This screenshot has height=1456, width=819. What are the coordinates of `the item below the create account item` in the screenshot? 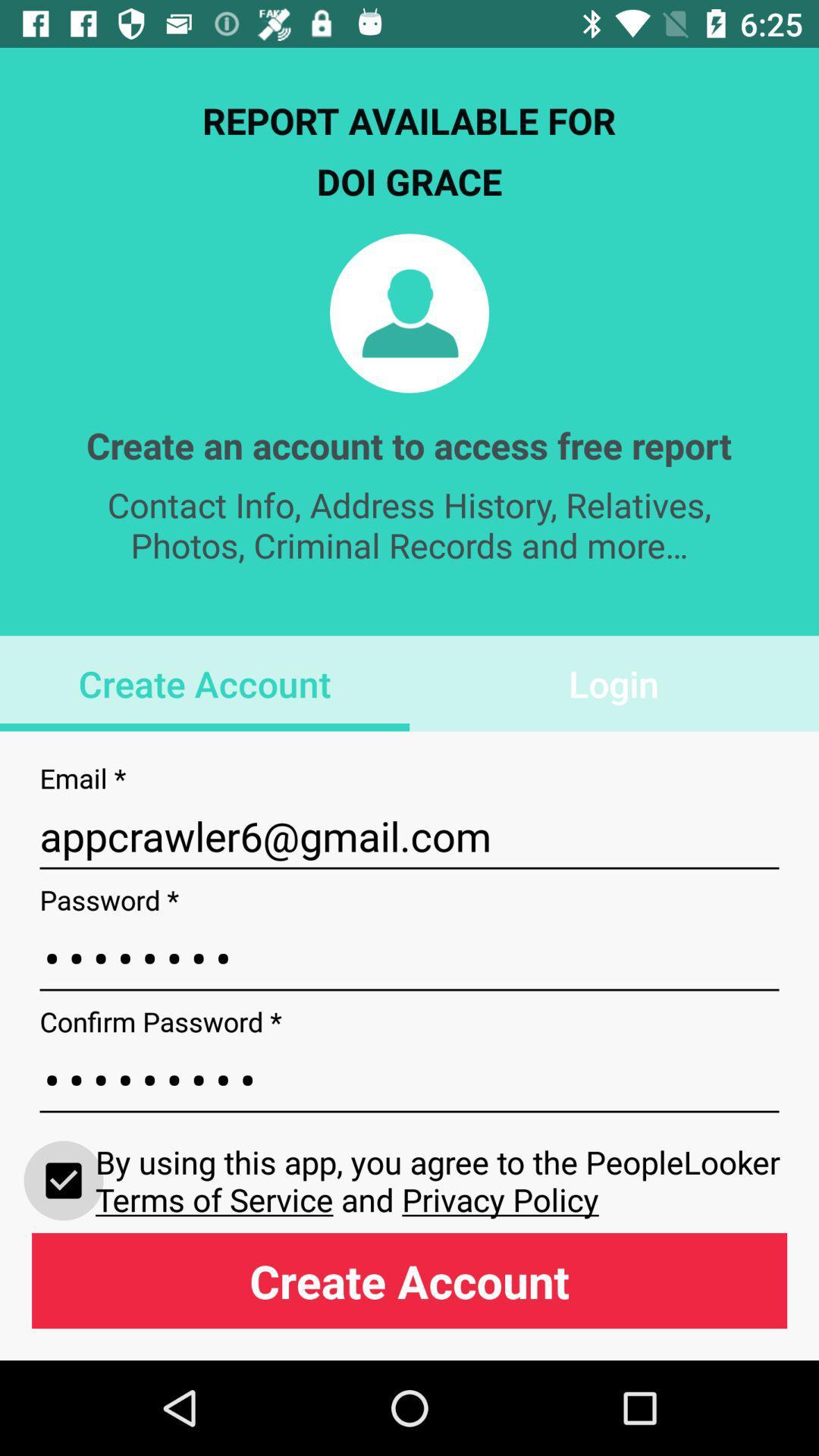 It's located at (409, 836).